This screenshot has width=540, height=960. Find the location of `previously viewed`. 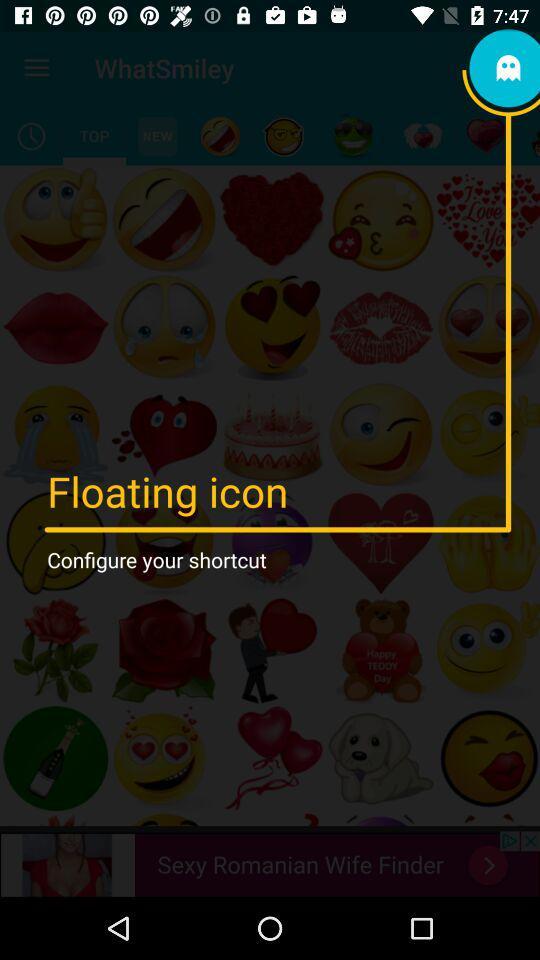

previously viewed is located at coordinates (30, 135).